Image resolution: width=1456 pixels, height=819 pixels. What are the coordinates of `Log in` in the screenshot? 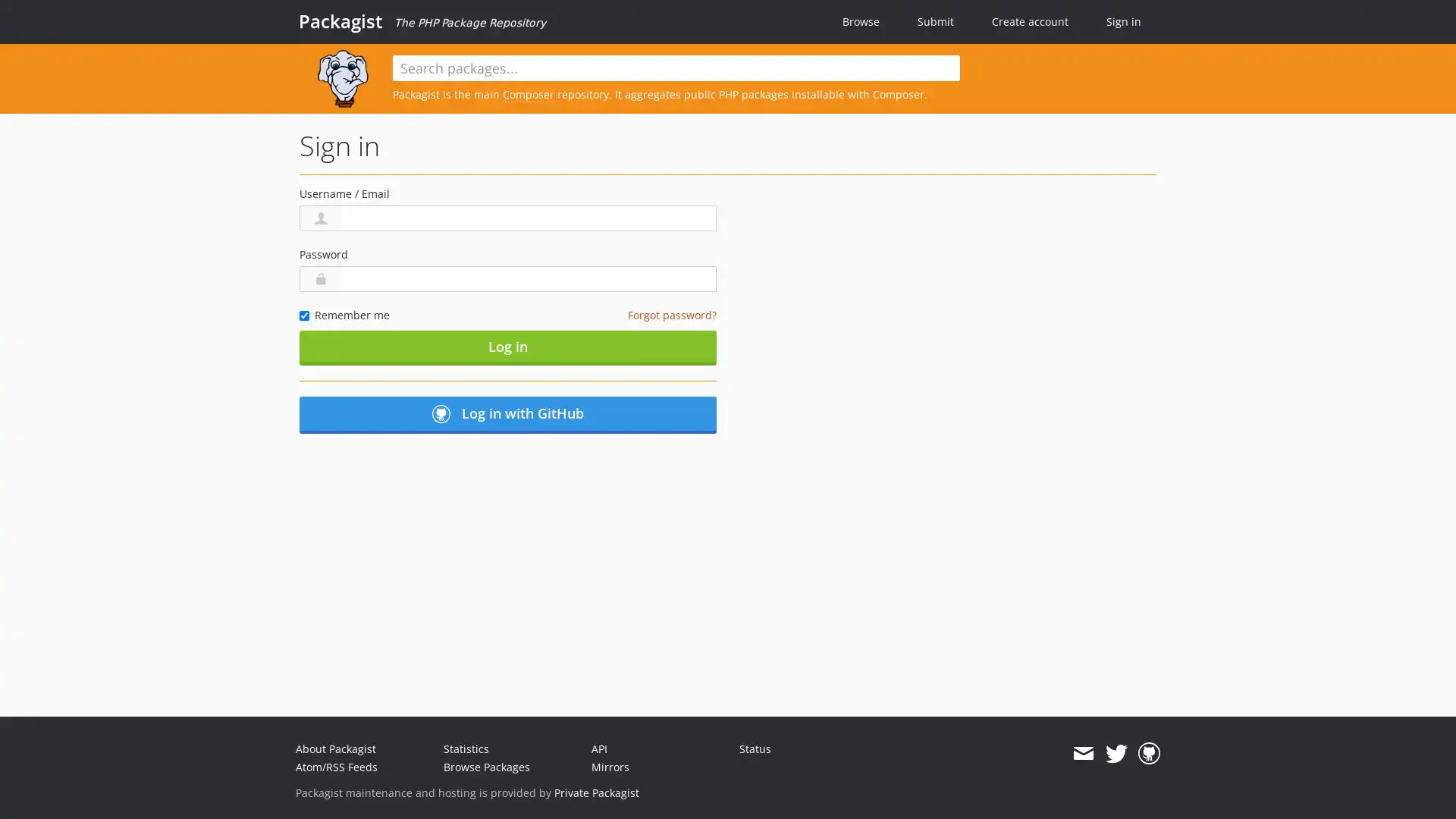 It's located at (508, 348).